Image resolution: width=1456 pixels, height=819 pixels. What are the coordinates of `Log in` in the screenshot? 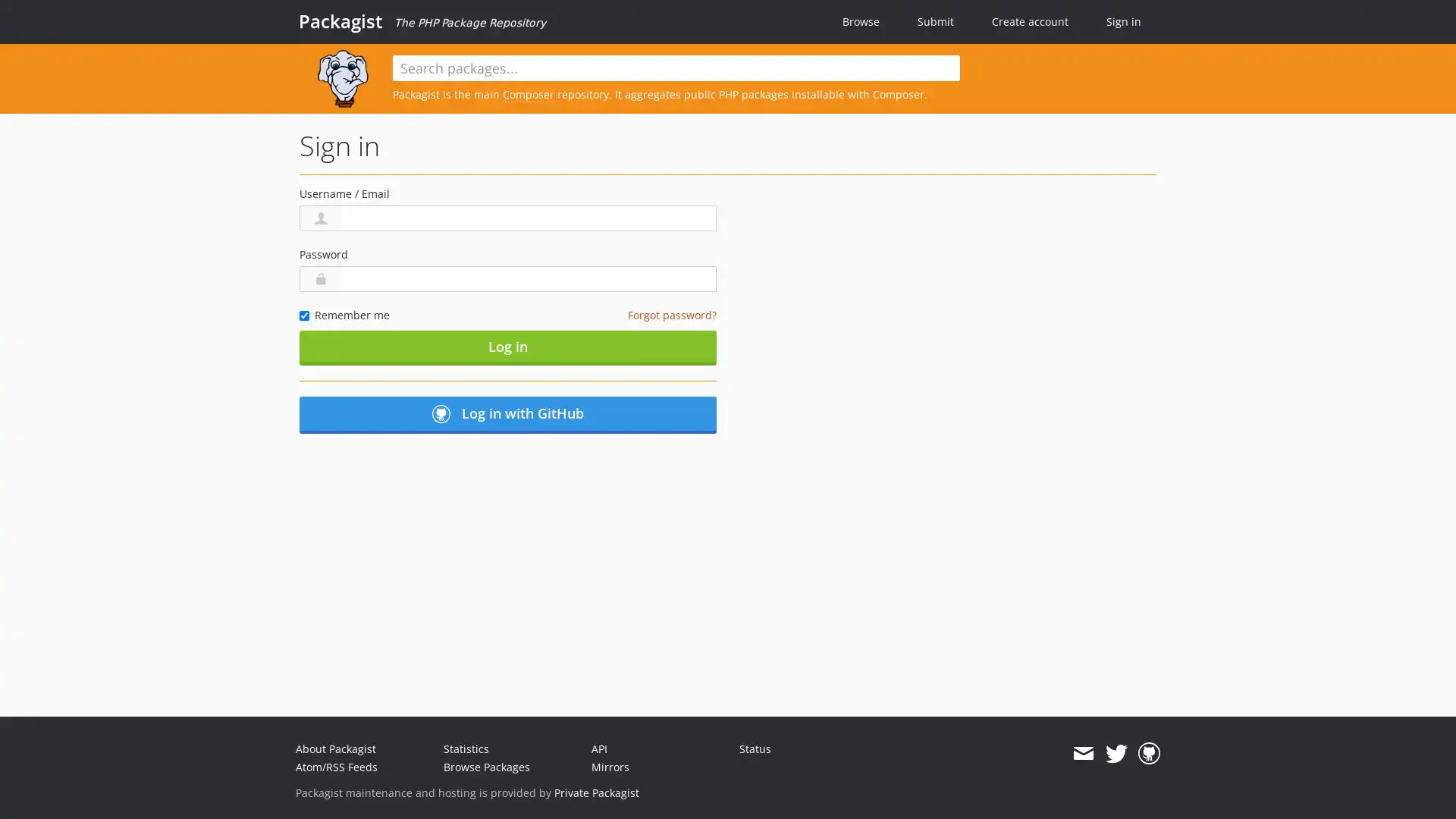 It's located at (508, 348).